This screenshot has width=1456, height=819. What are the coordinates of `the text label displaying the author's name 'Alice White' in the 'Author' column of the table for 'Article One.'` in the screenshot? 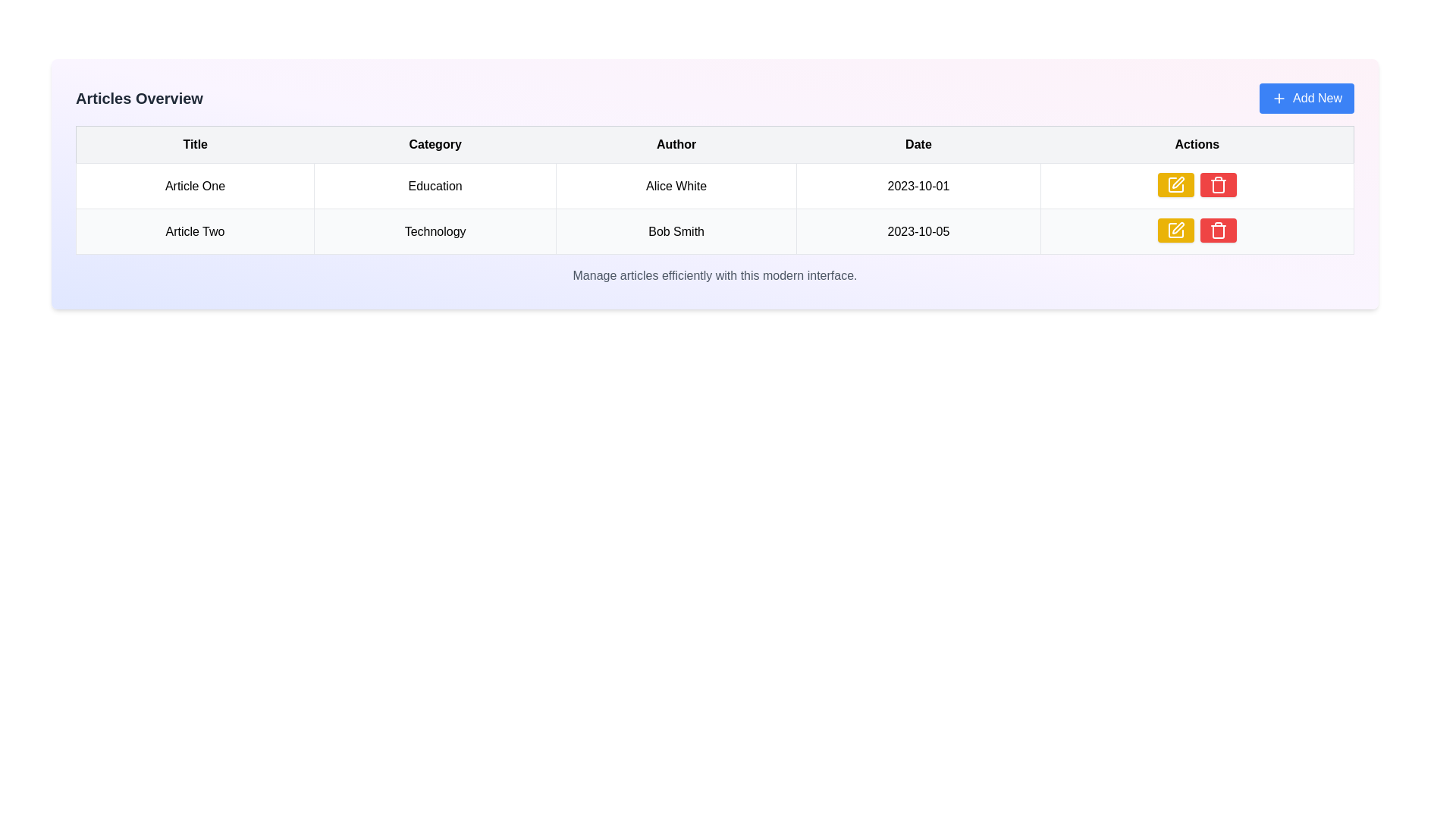 It's located at (676, 185).